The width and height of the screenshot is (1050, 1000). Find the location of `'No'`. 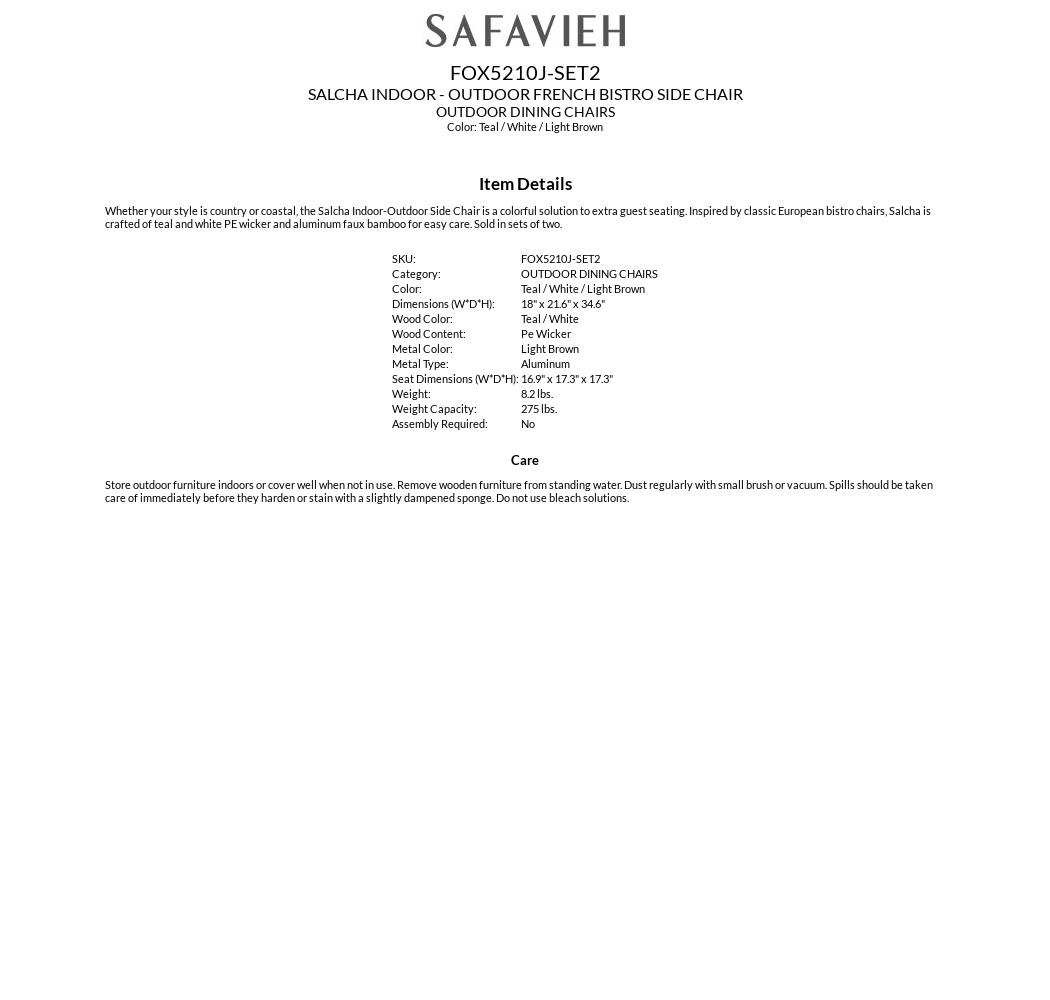

'No' is located at coordinates (528, 423).